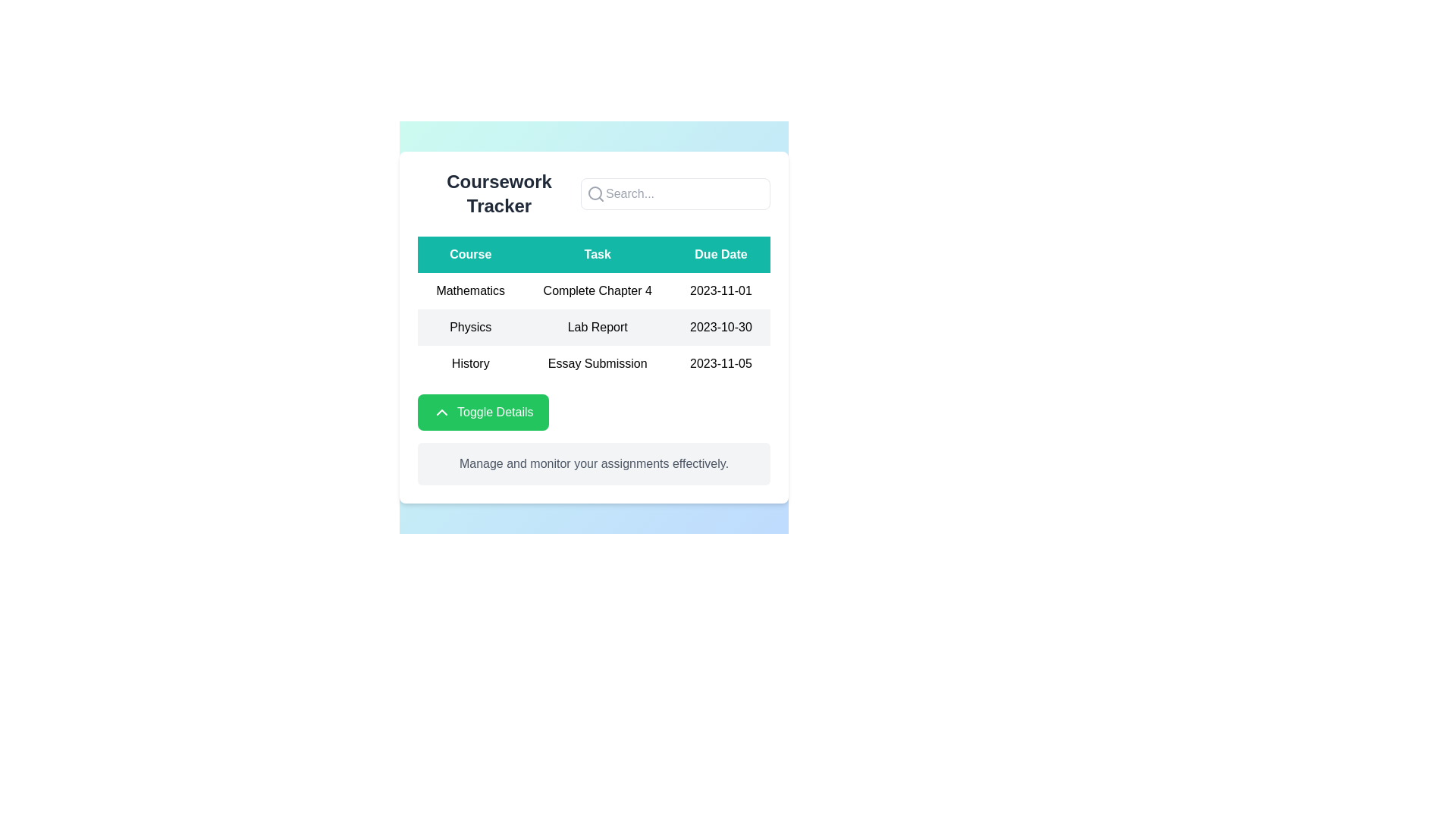 Image resolution: width=1456 pixels, height=819 pixels. Describe the element at coordinates (597, 363) in the screenshot. I see `the text label representing the task associated with 'History' in the coursework tracker, located in the second column of its row` at that location.